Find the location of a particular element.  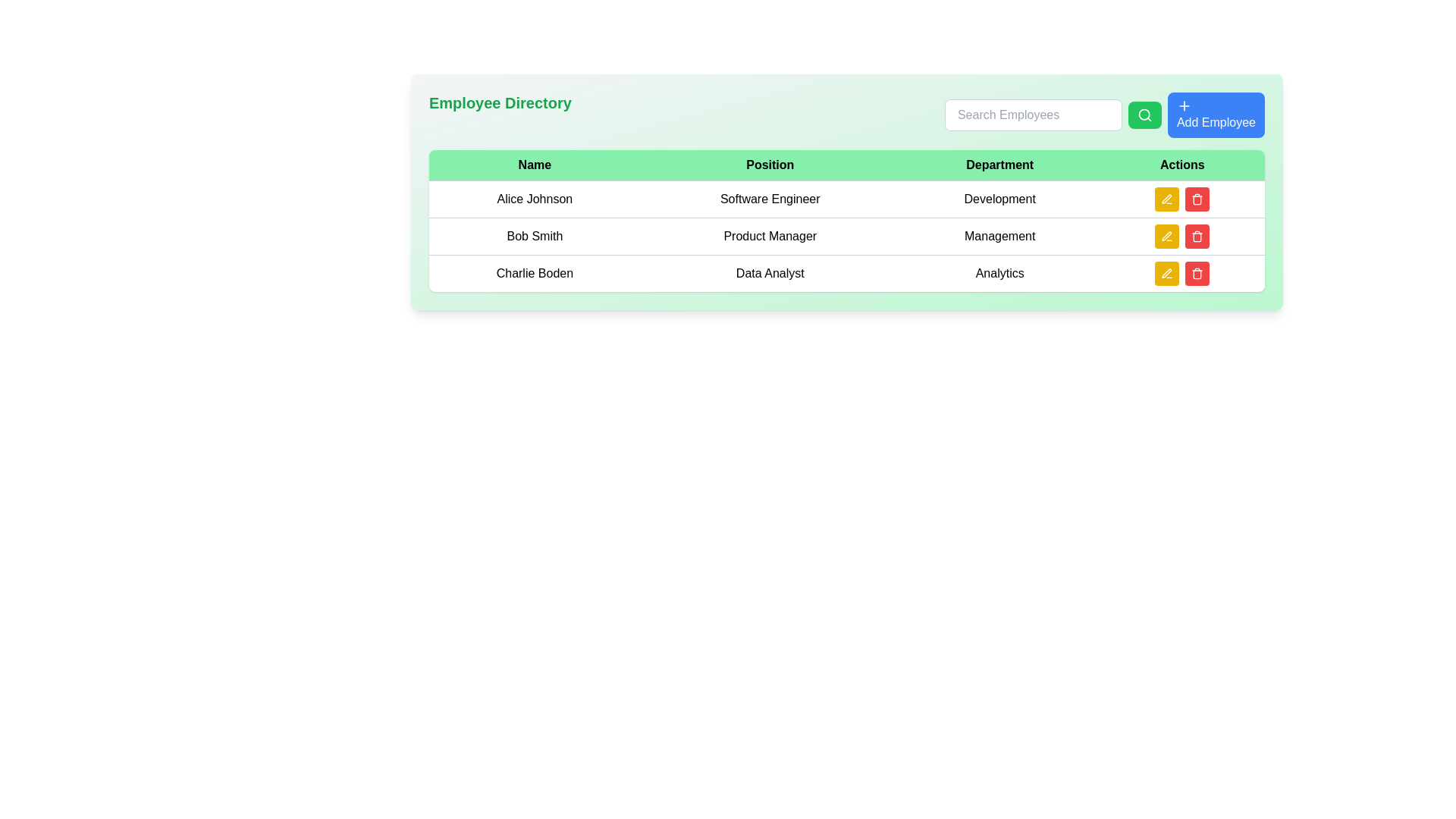

the blue plus icon located within the 'Add Employee' button to invoke its action is located at coordinates (1183, 105).